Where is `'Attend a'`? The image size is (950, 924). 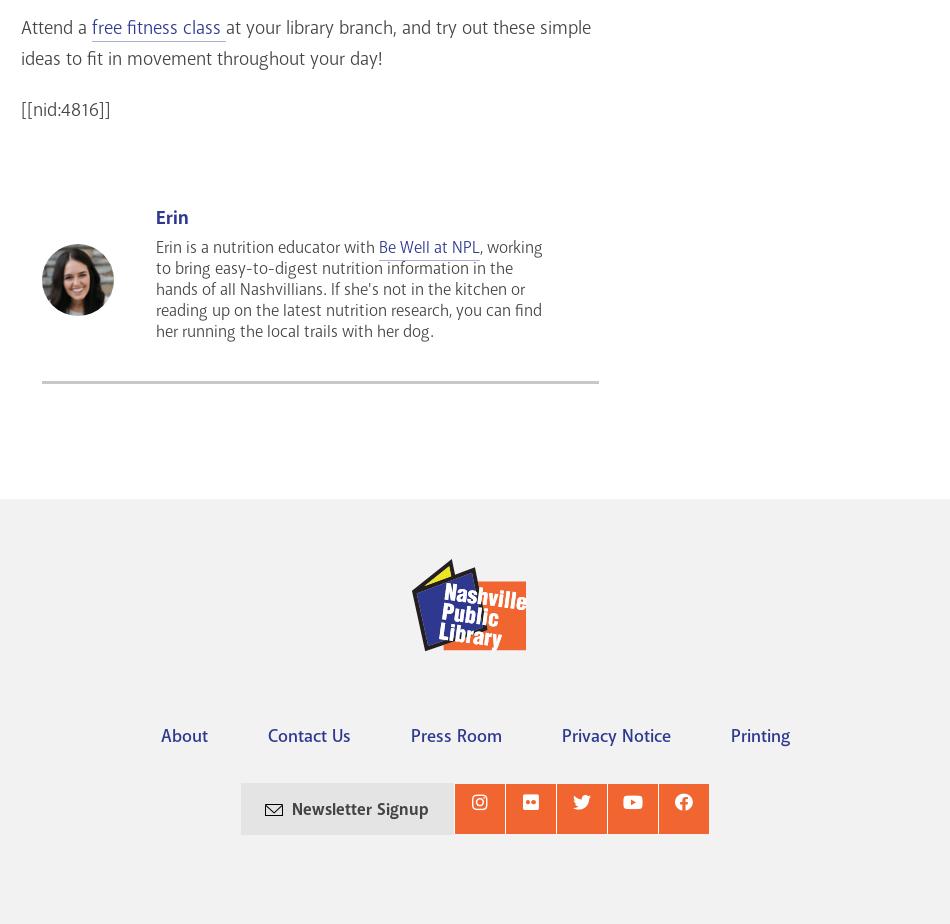 'Attend a' is located at coordinates (56, 27).